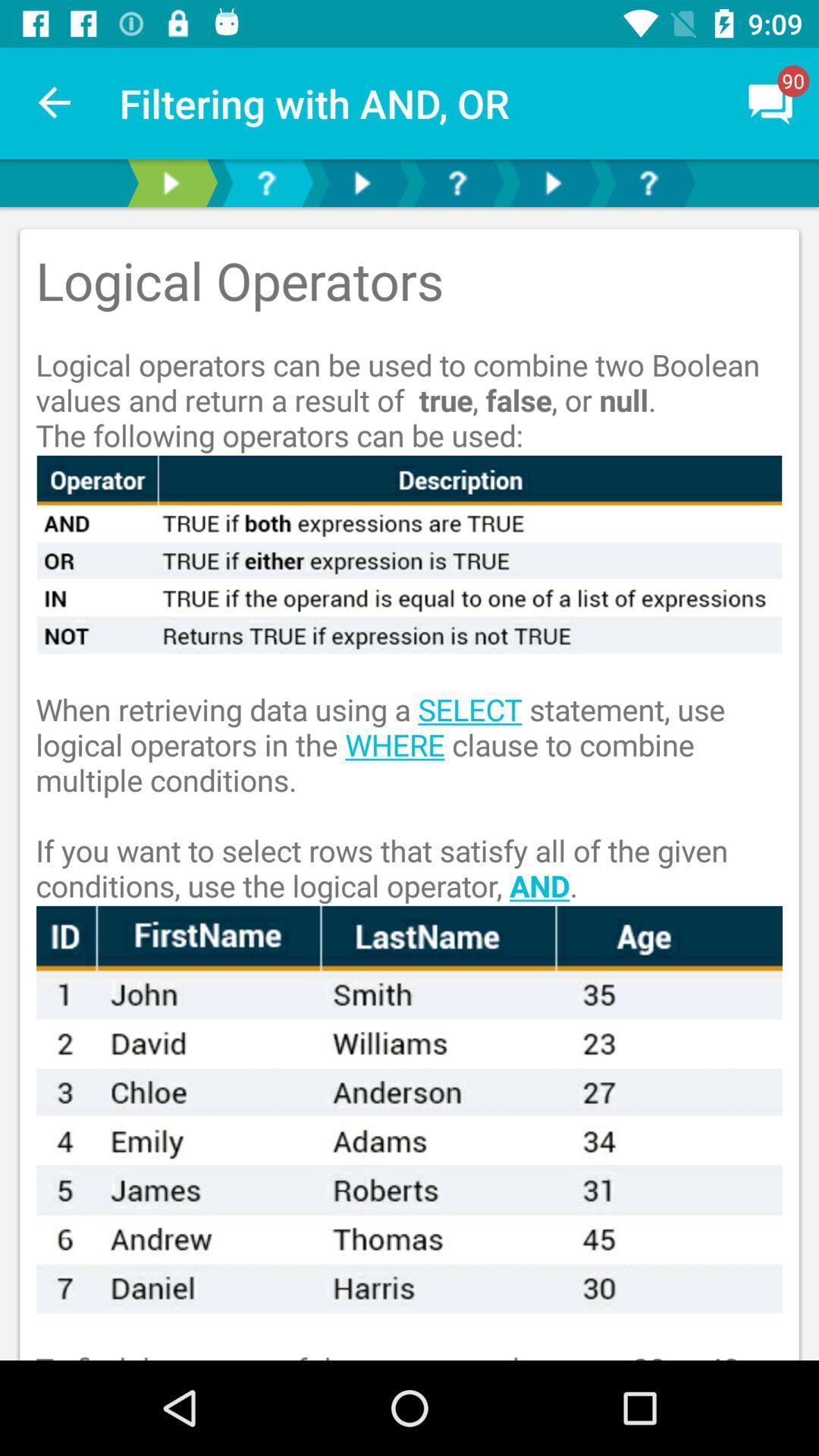 This screenshot has width=819, height=1456. What do you see at coordinates (648, 182) in the screenshot?
I see `click for help` at bounding box center [648, 182].